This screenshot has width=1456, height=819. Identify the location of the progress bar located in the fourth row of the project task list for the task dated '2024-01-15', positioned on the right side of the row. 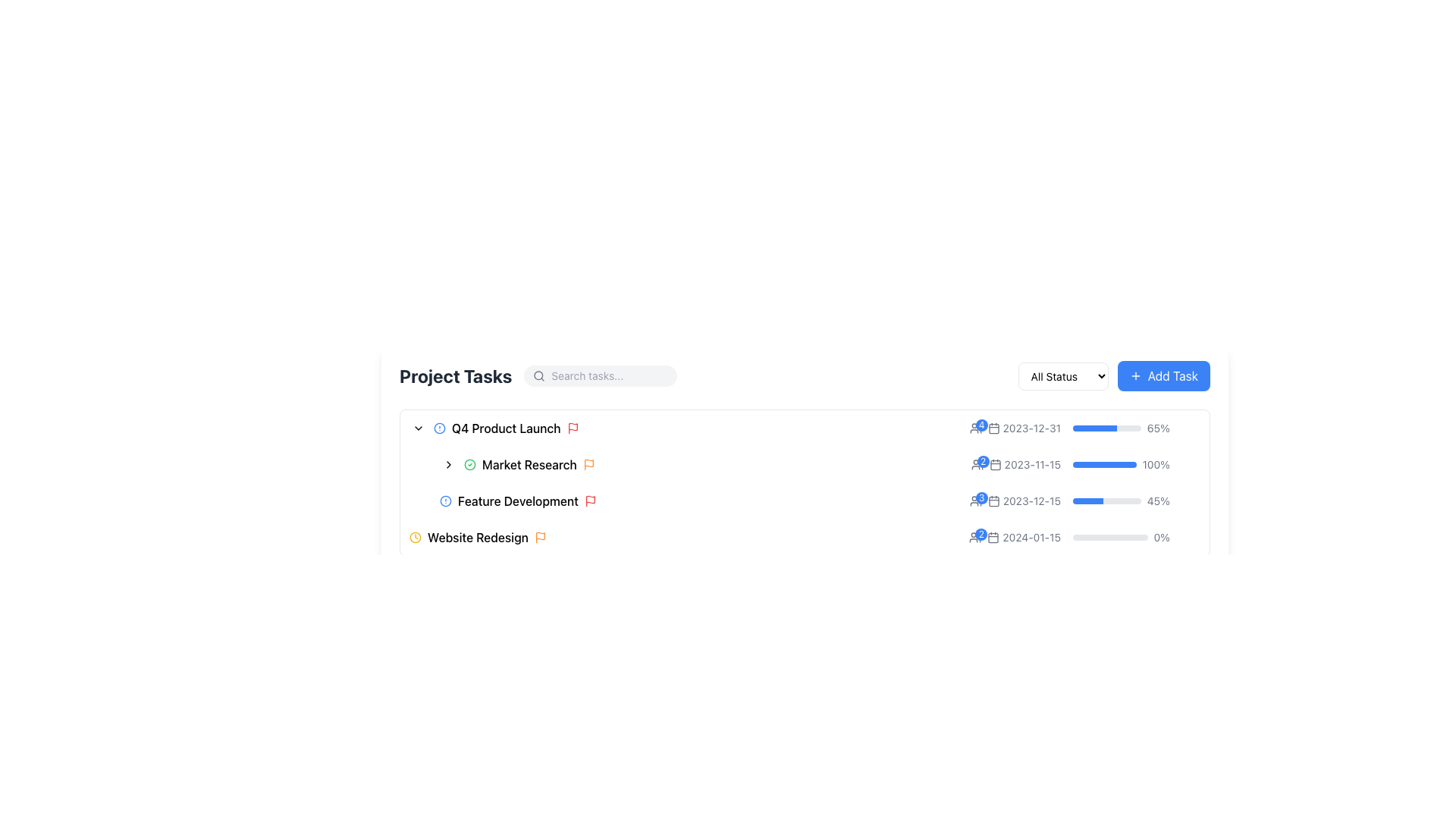
(1121, 537).